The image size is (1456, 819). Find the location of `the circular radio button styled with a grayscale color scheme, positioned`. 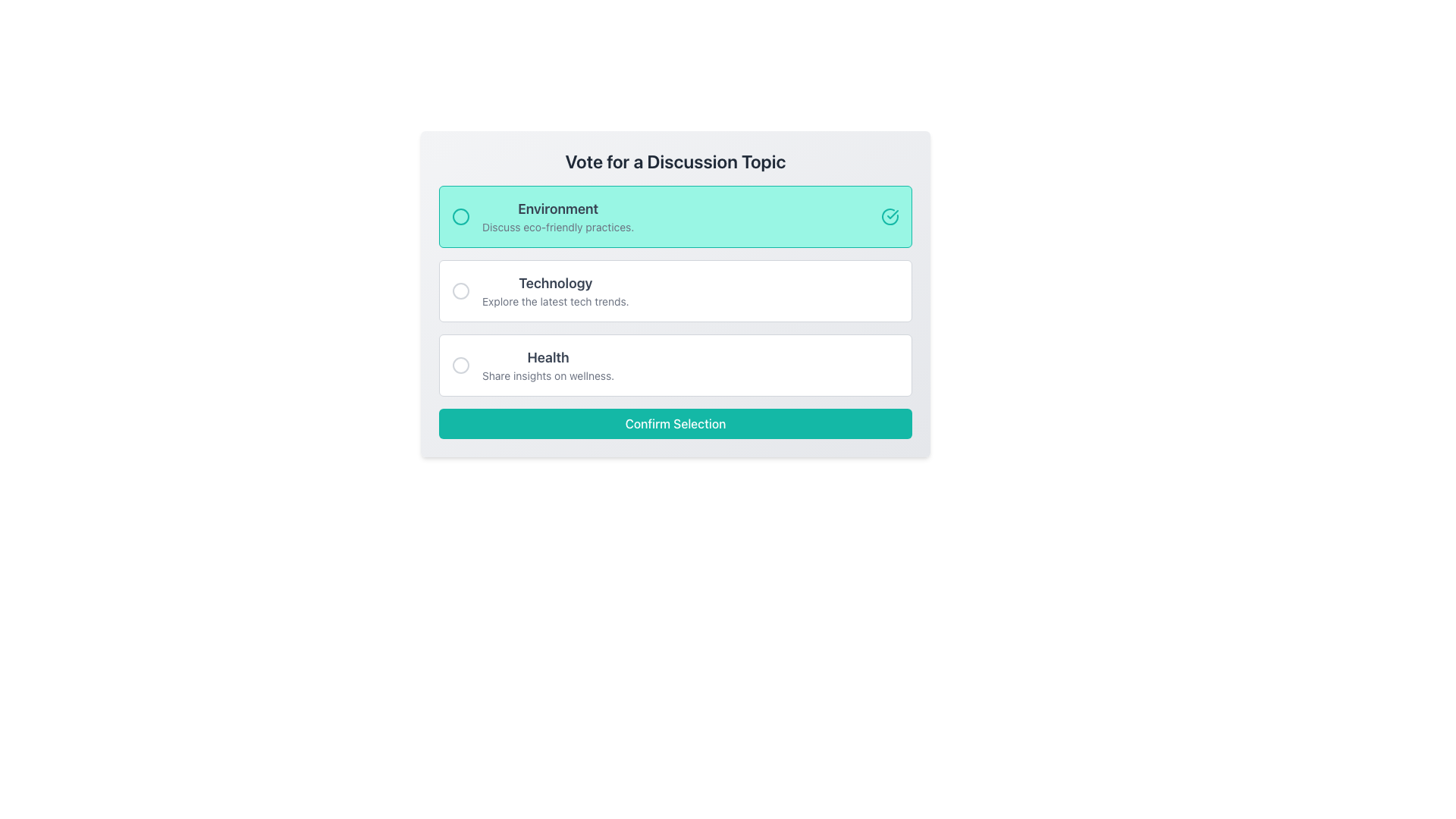

the circular radio button styled with a grayscale color scheme, positioned is located at coordinates (460, 366).